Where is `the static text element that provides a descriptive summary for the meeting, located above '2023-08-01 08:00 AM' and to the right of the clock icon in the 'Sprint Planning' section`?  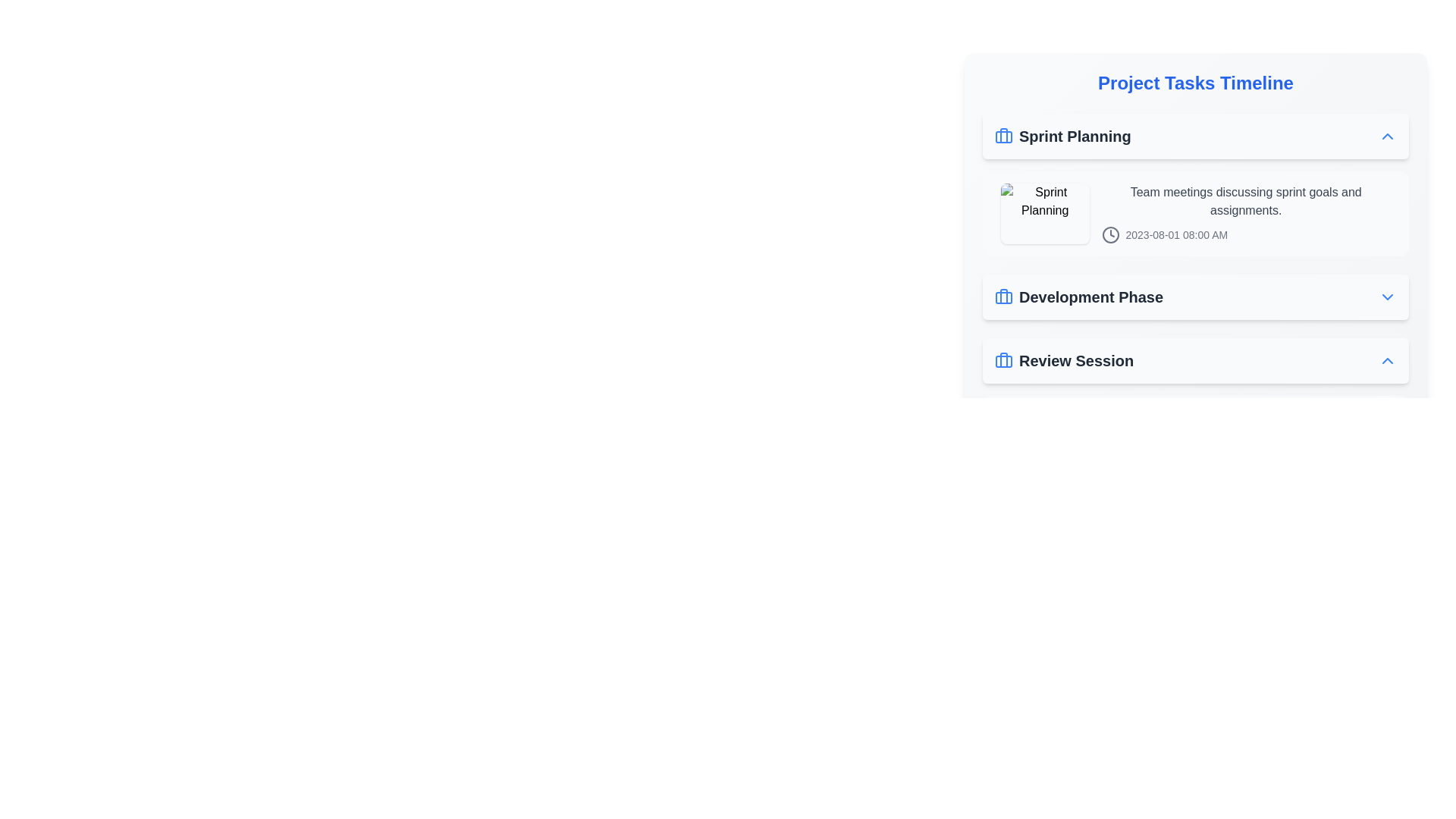
the static text element that provides a descriptive summary for the meeting, located above '2023-08-01 08:00 AM' and to the right of the clock icon in the 'Sprint Planning' section is located at coordinates (1246, 201).